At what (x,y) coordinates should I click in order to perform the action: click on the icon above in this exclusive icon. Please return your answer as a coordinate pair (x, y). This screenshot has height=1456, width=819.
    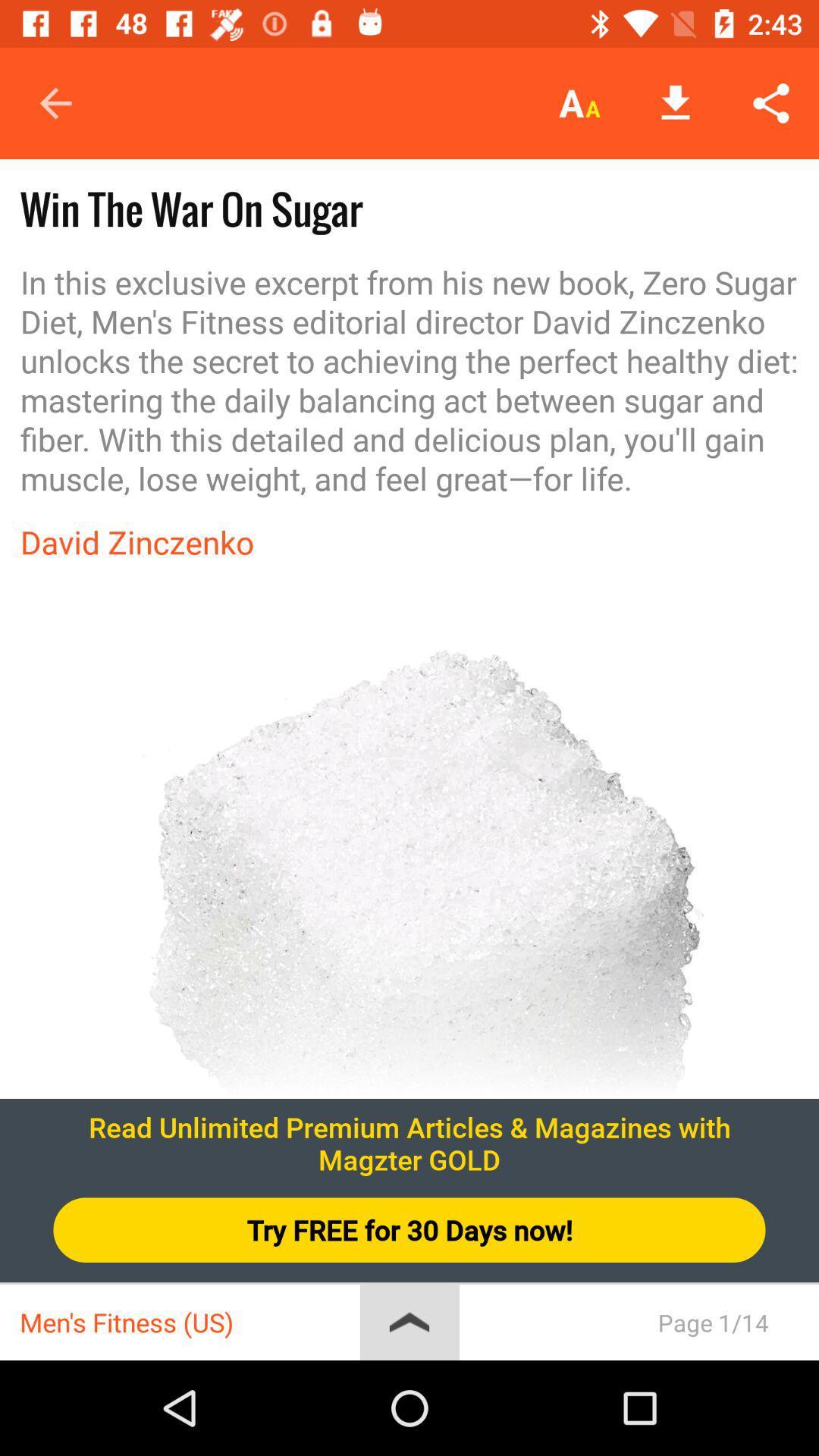
    Looking at the image, I should click on (675, 102).